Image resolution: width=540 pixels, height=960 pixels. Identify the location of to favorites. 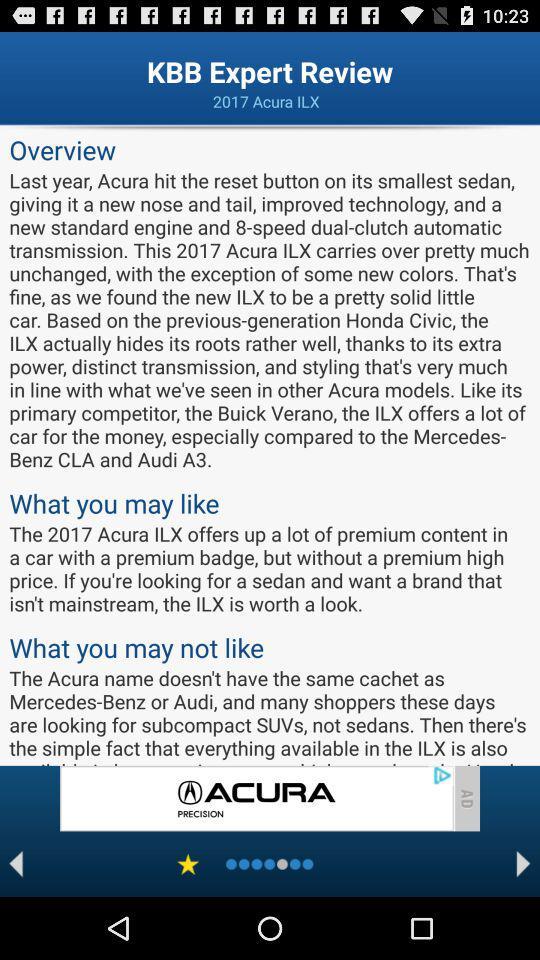
(188, 863).